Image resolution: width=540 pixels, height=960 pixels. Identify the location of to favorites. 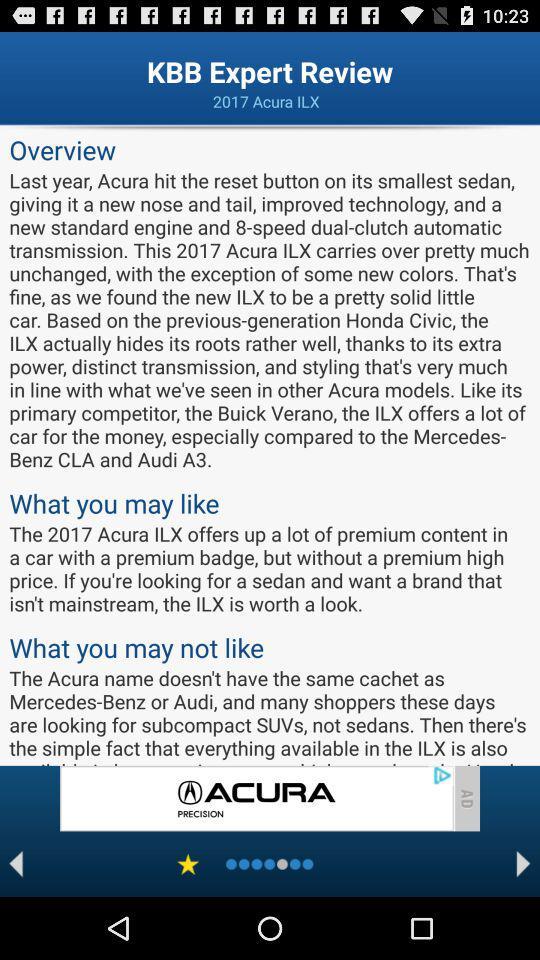
(188, 863).